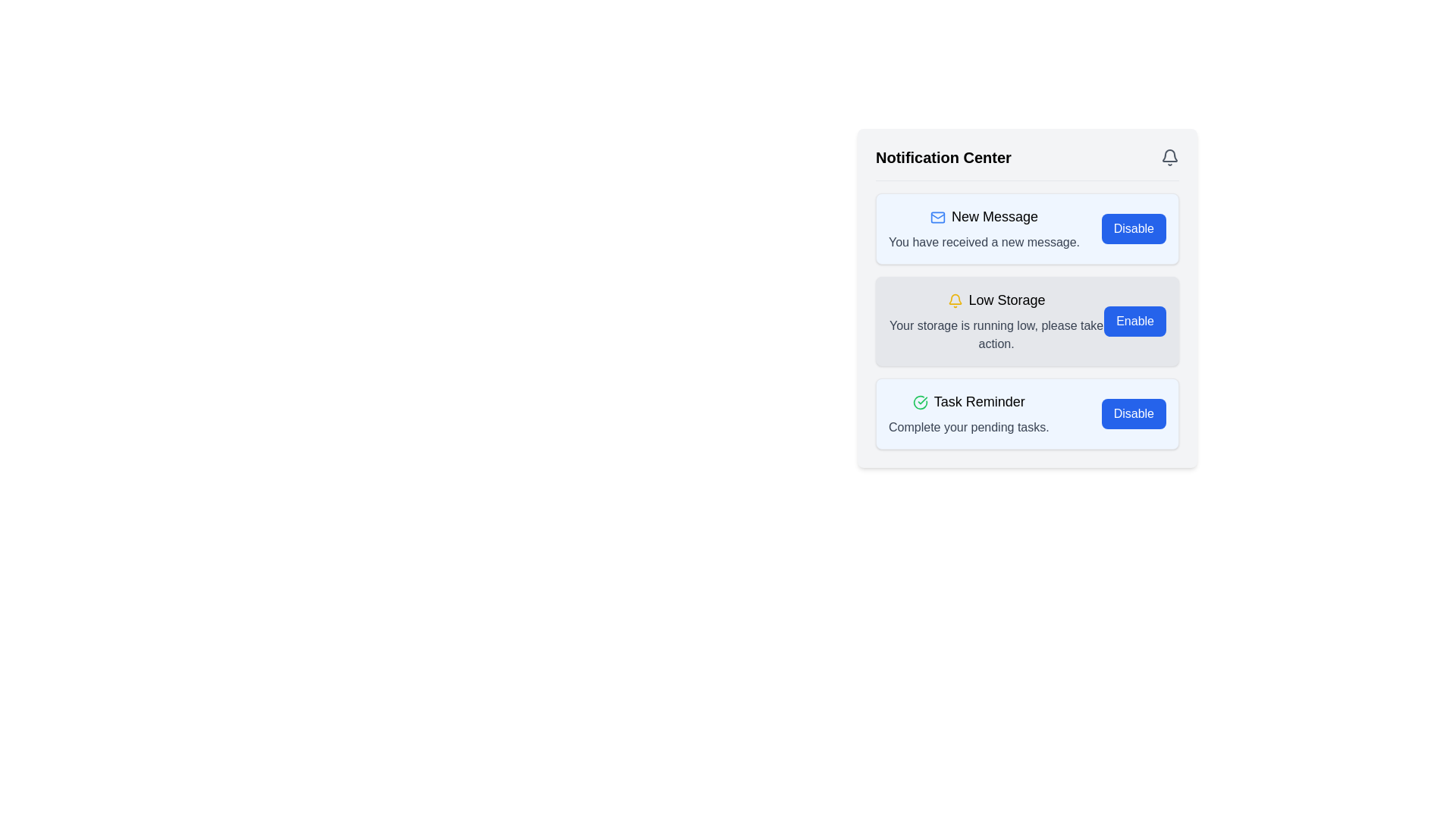 This screenshot has width=1456, height=819. I want to click on the notification bell icon located in the upper-right corner of the notification center panel, so click(1169, 155).